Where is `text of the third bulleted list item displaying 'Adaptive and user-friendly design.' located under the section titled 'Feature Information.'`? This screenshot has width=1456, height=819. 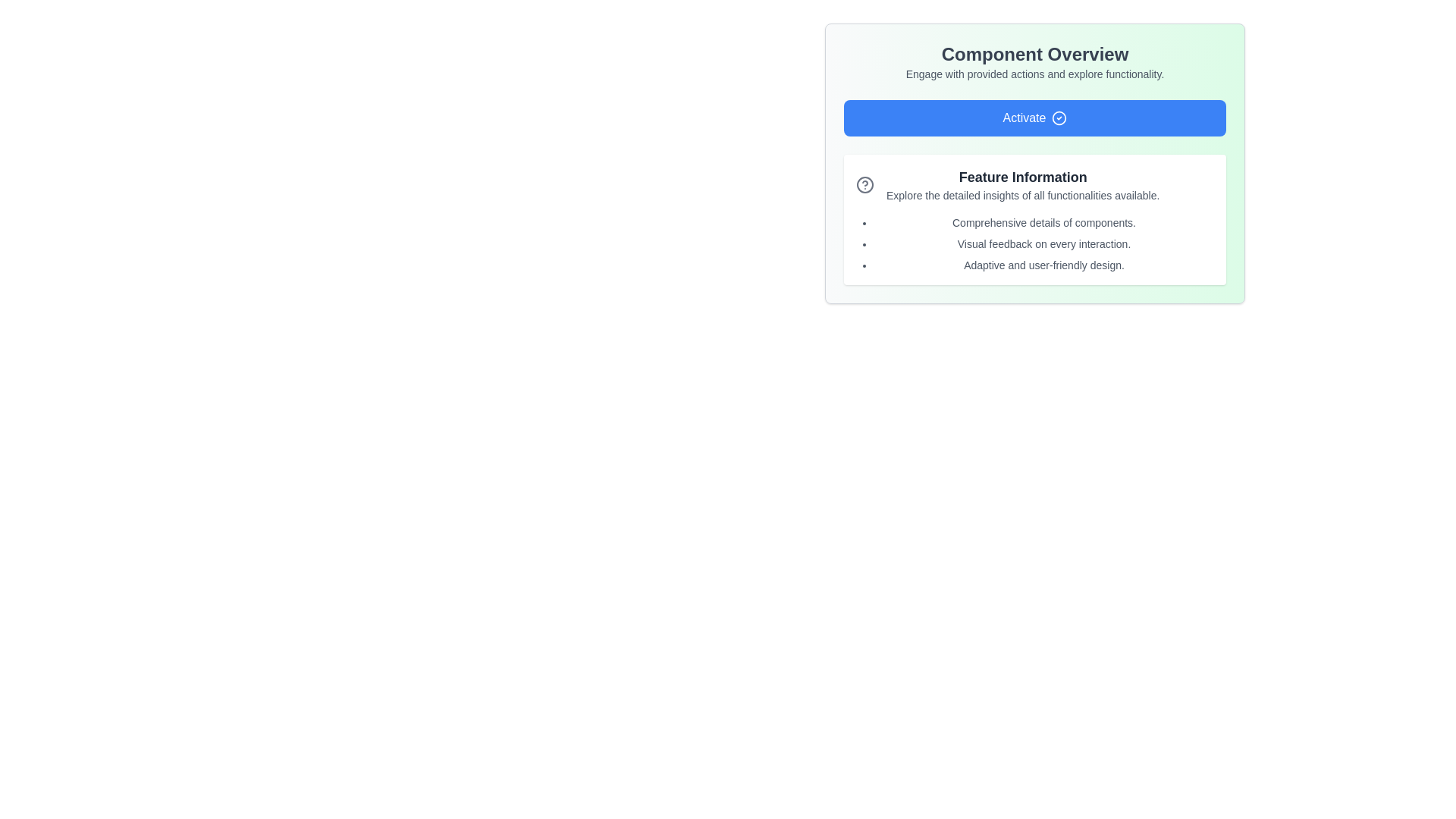 text of the third bulleted list item displaying 'Adaptive and user-friendly design.' located under the section titled 'Feature Information.' is located at coordinates (1043, 265).